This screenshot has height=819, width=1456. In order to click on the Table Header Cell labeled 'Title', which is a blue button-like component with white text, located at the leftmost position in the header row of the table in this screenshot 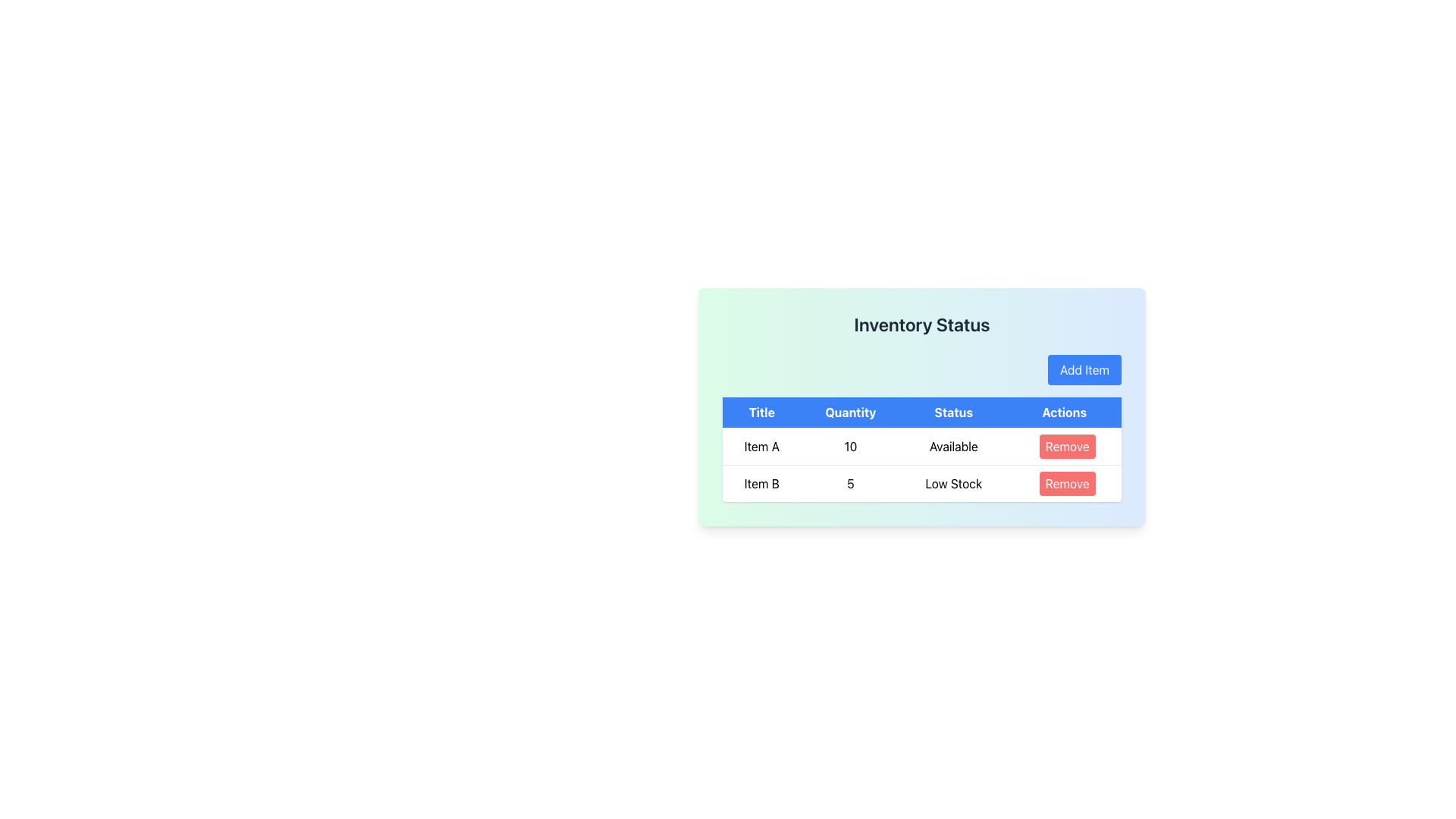, I will do `click(761, 413)`.